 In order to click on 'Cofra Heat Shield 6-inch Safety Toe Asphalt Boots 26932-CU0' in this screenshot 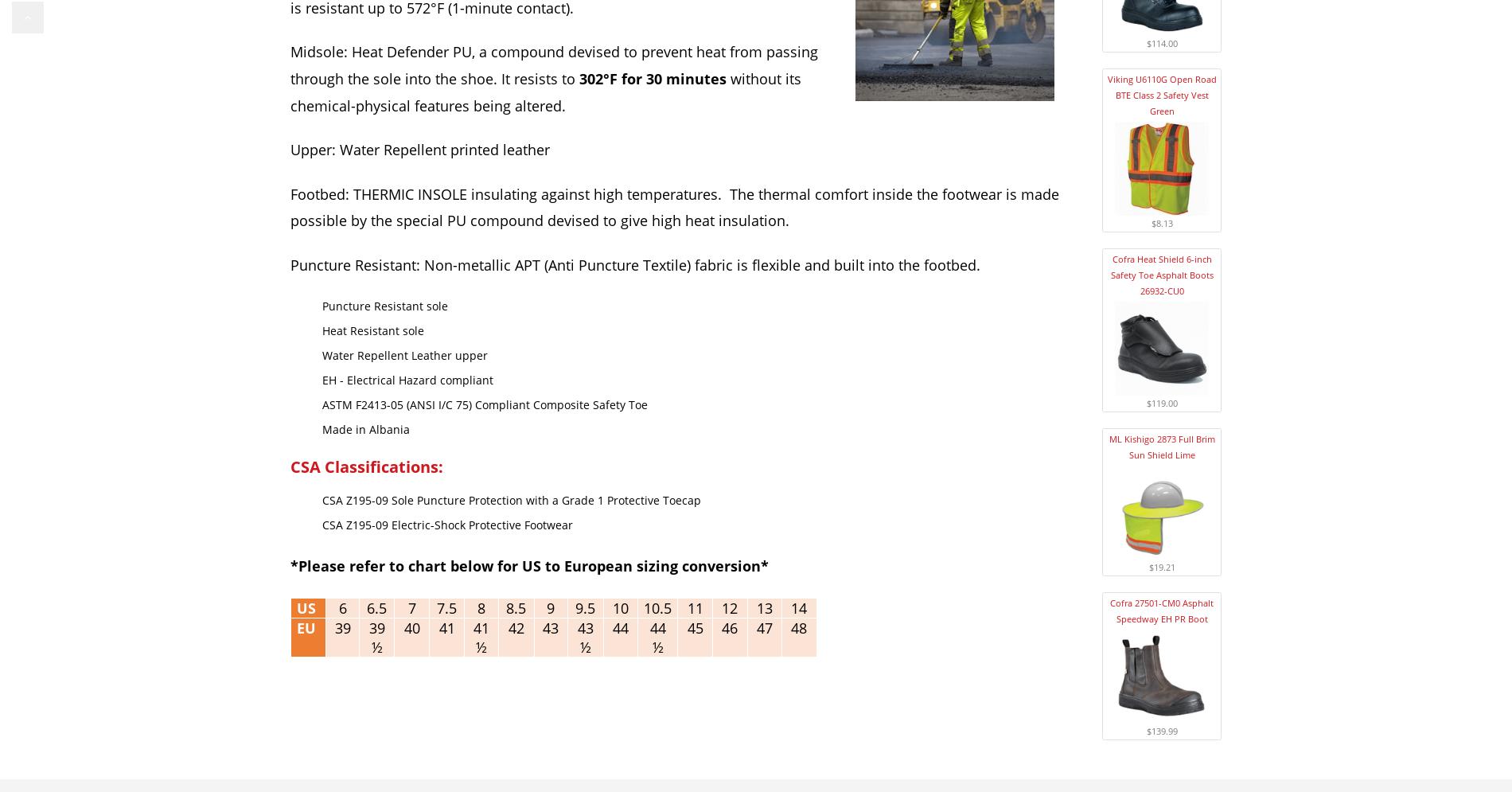, I will do `click(1161, 274)`.